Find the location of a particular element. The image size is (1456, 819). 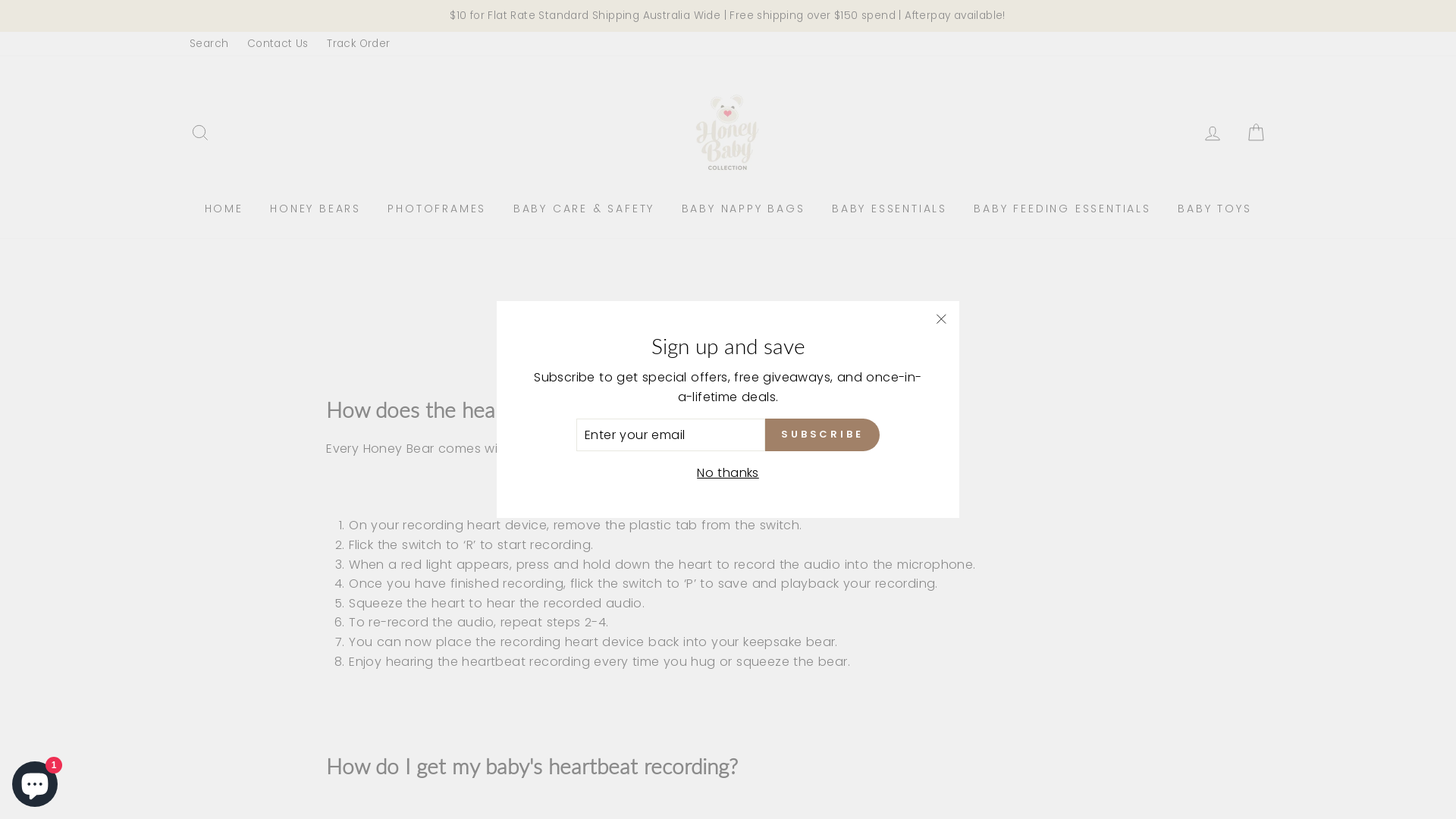

'BABY CARE & SAFETY' is located at coordinates (502, 208).